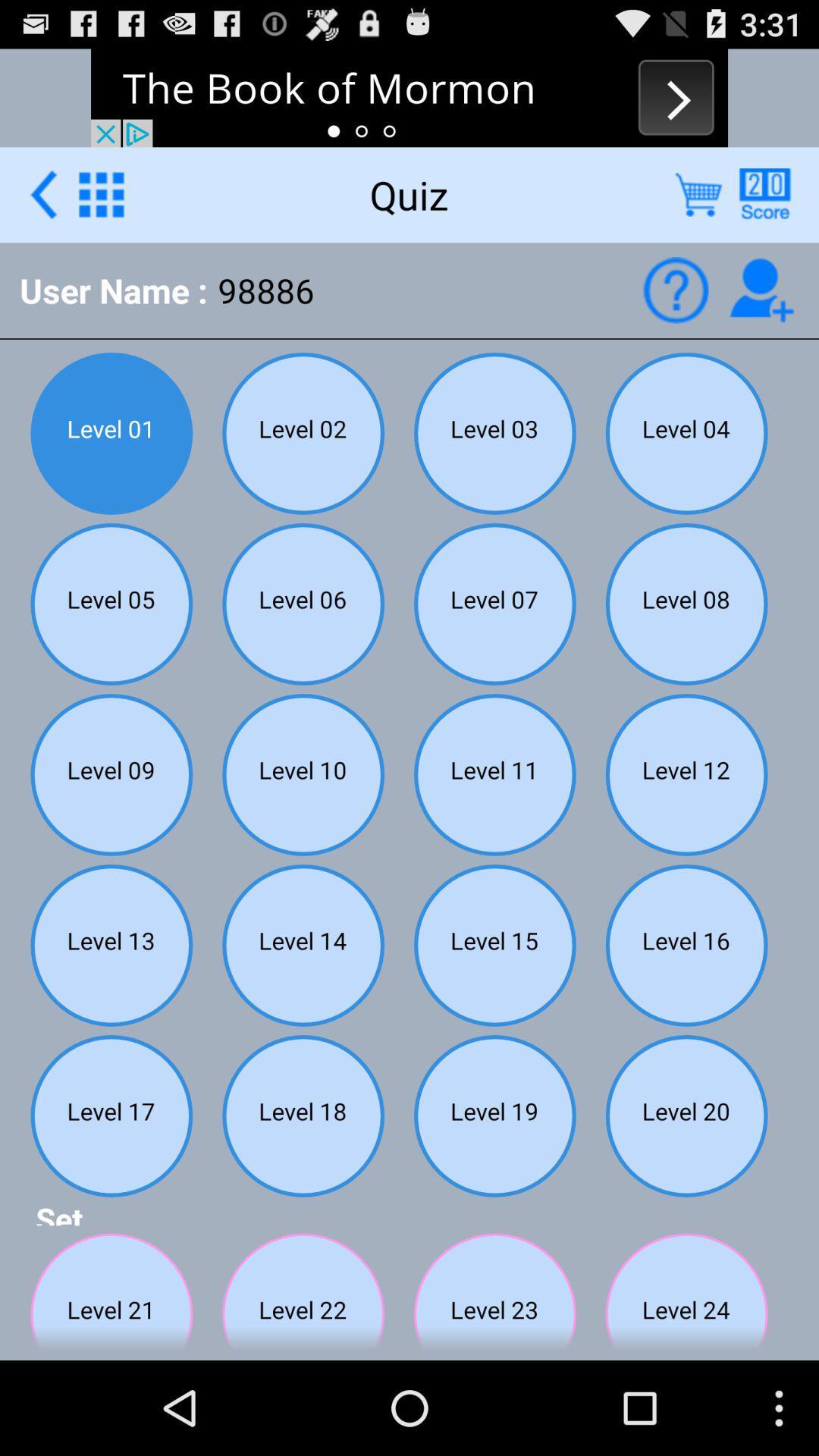 The width and height of the screenshot is (819, 1456). Describe the element at coordinates (764, 193) in the screenshot. I see `help` at that location.